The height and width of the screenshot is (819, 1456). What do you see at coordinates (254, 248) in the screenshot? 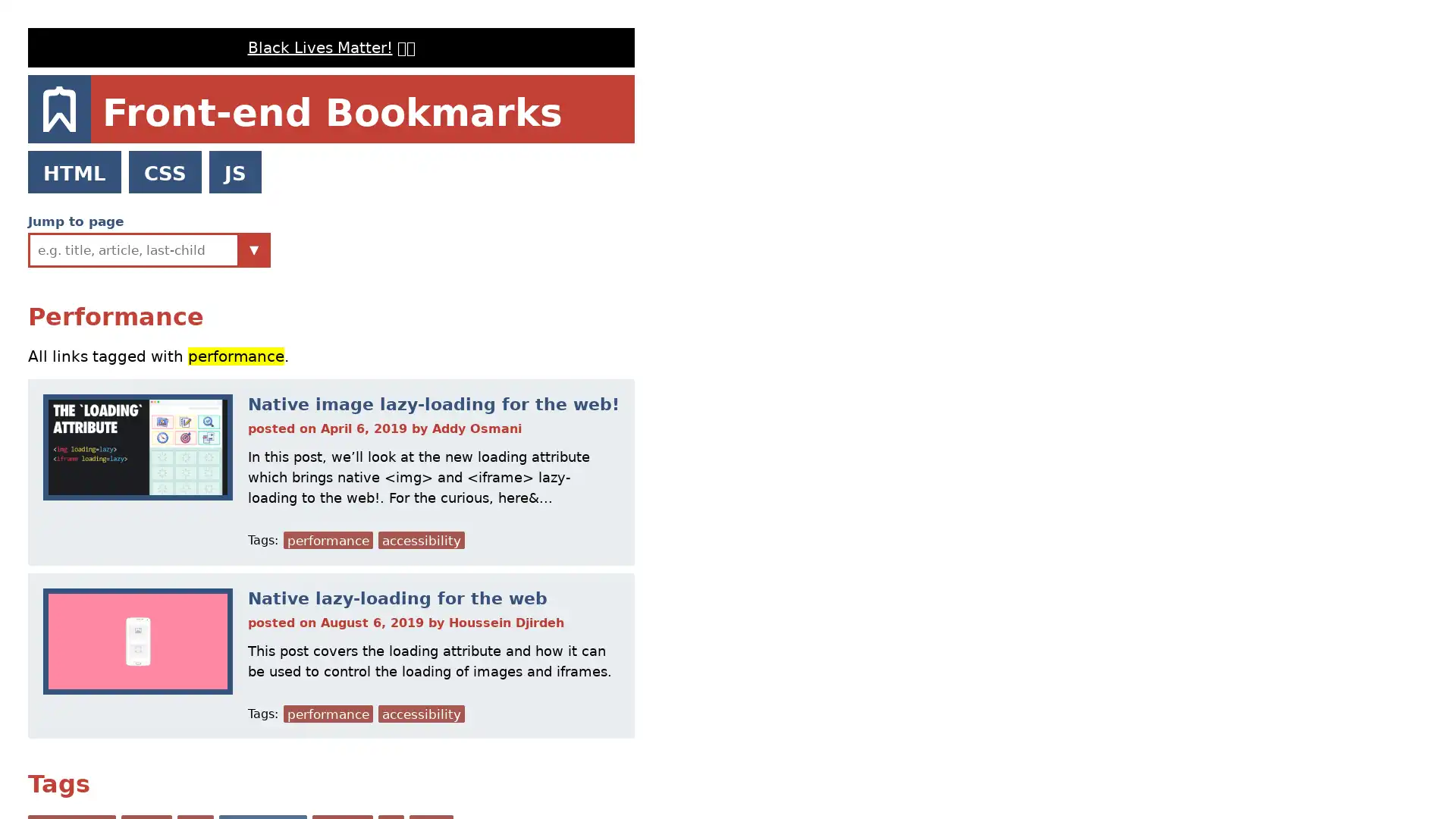
I see `Open` at bounding box center [254, 248].